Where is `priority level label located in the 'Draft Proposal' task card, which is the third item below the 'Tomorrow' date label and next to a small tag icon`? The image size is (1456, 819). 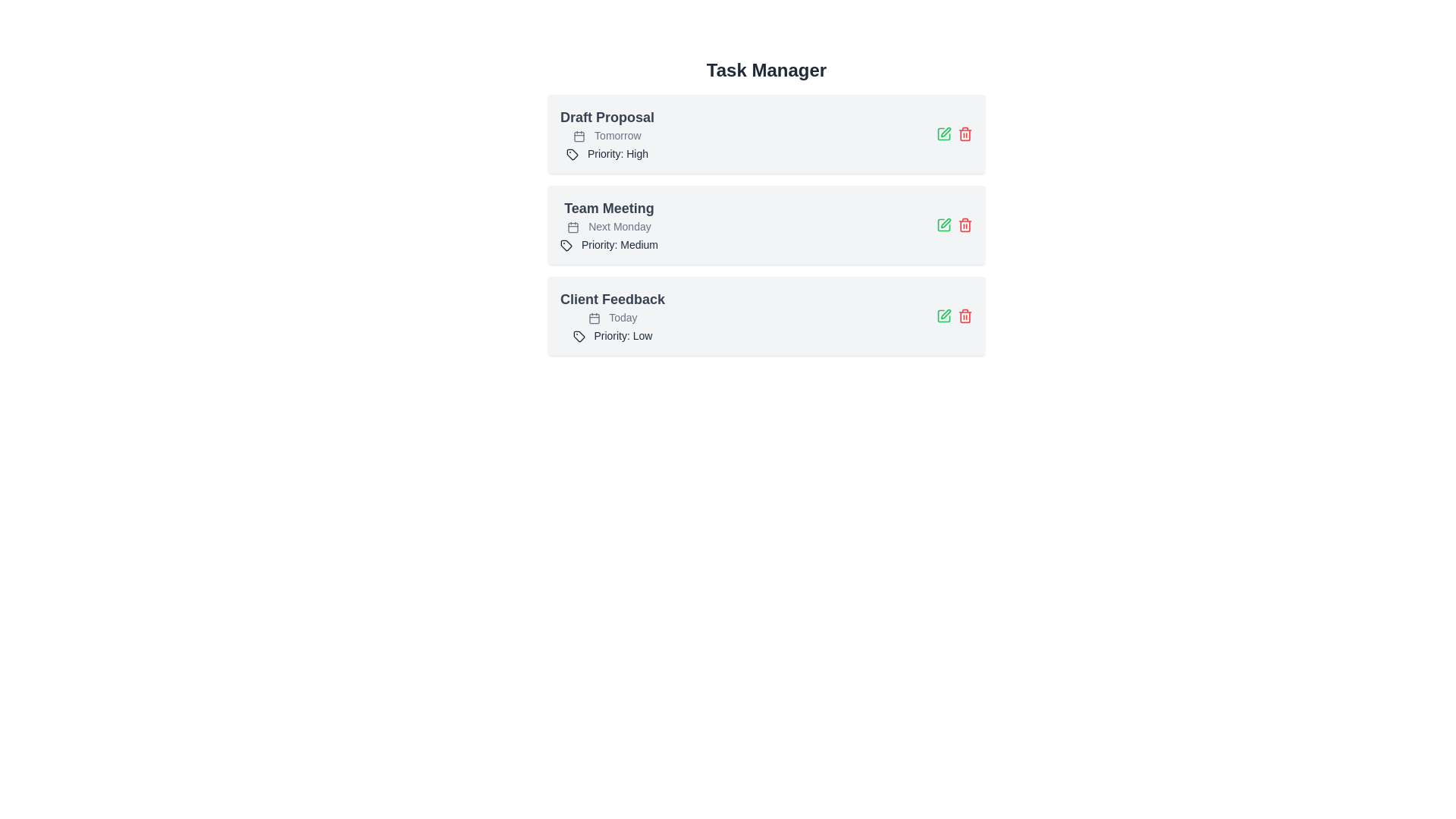
priority level label located in the 'Draft Proposal' task card, which is the third item below the 'Tomorrow' date label and next to a small tag icon is located at coordinates (607, 154).